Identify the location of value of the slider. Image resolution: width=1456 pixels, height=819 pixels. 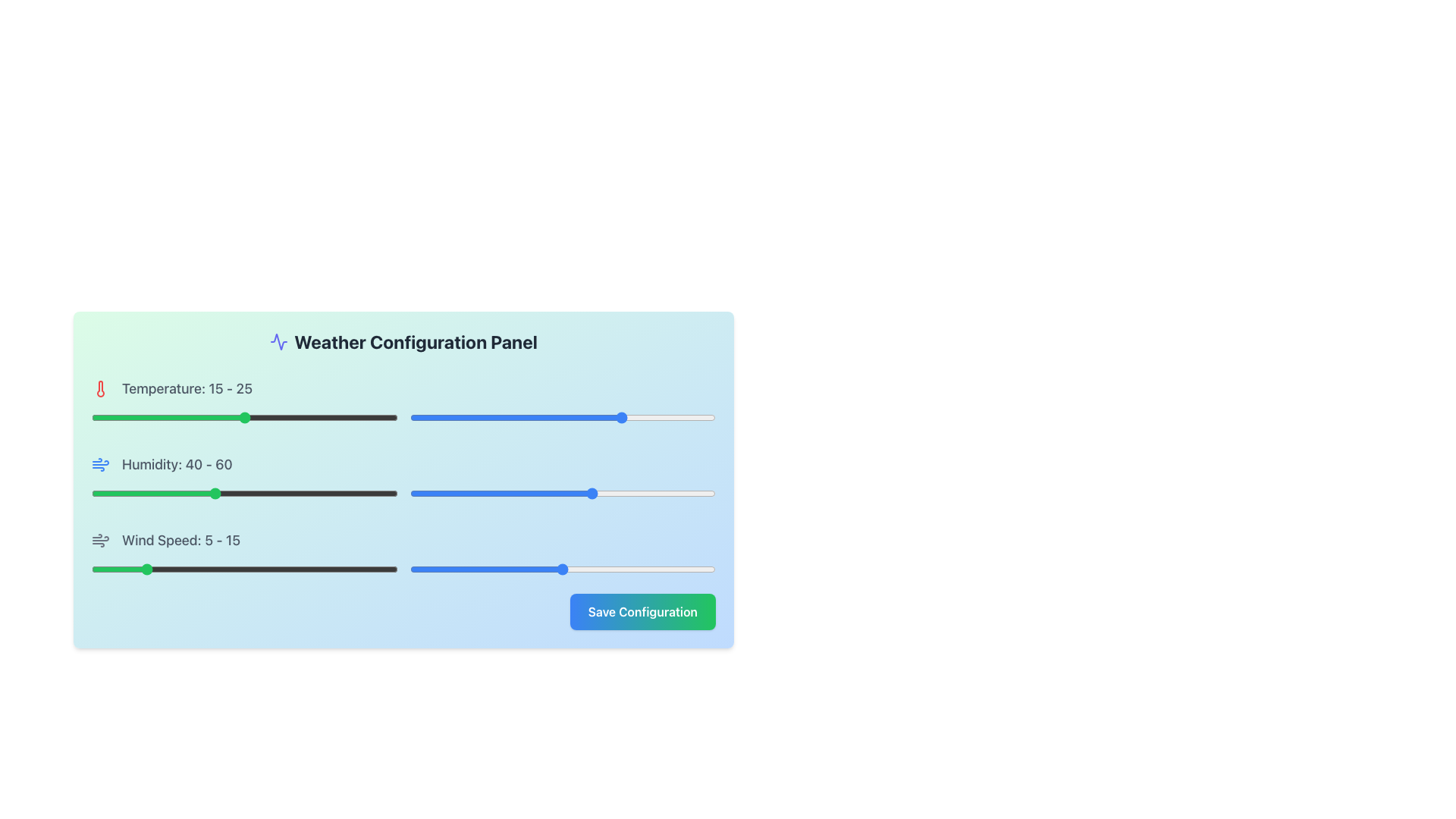
(661, 418).